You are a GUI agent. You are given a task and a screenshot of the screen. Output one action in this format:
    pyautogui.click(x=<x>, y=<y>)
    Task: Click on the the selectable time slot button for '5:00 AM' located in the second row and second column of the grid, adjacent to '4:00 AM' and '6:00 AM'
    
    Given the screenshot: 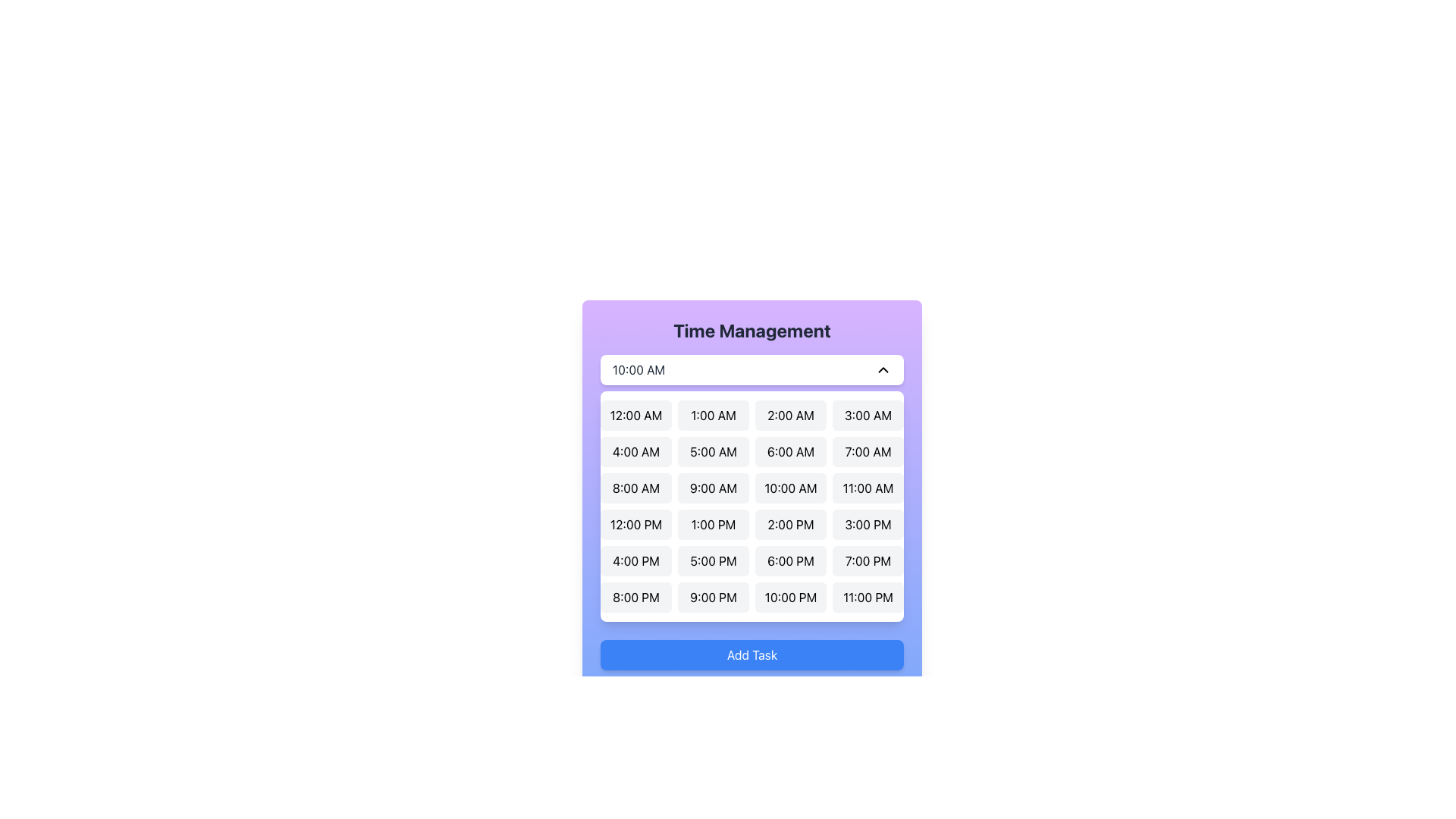 What is the action you would take?
    pyautogui.click(x=712, y=451)
    